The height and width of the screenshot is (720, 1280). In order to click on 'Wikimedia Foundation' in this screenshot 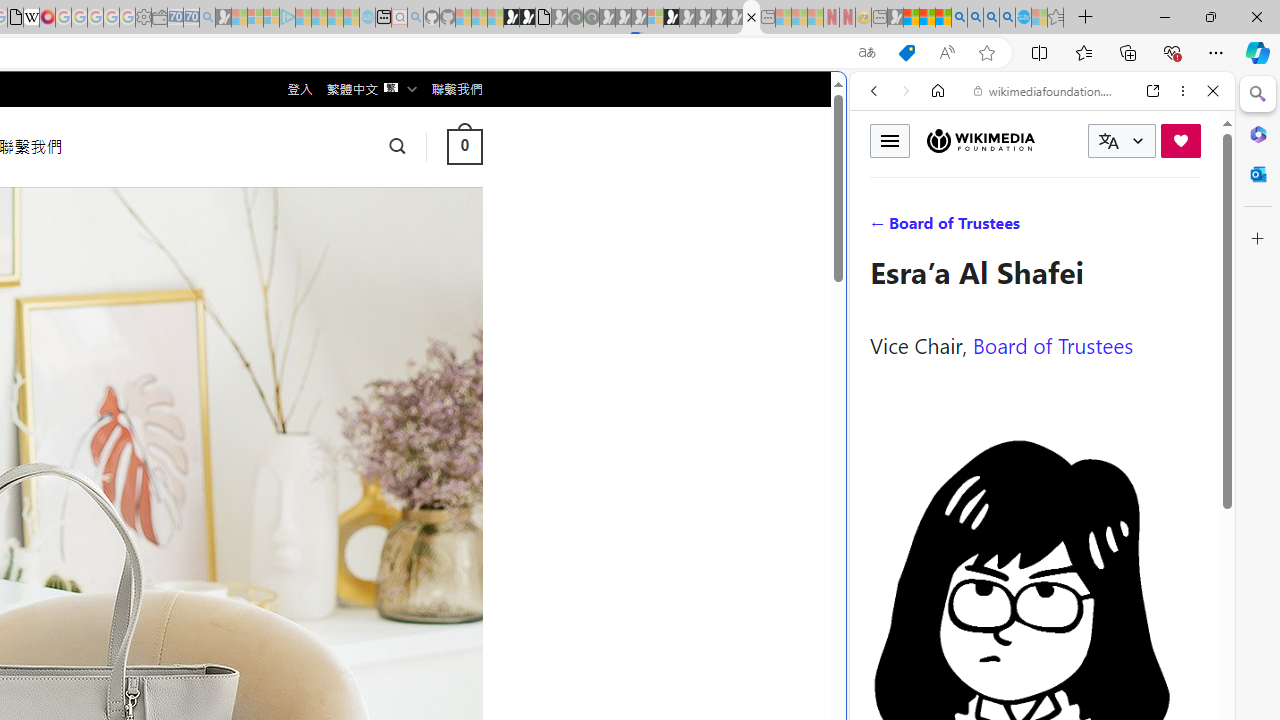, I will do `click(980, 140)`.